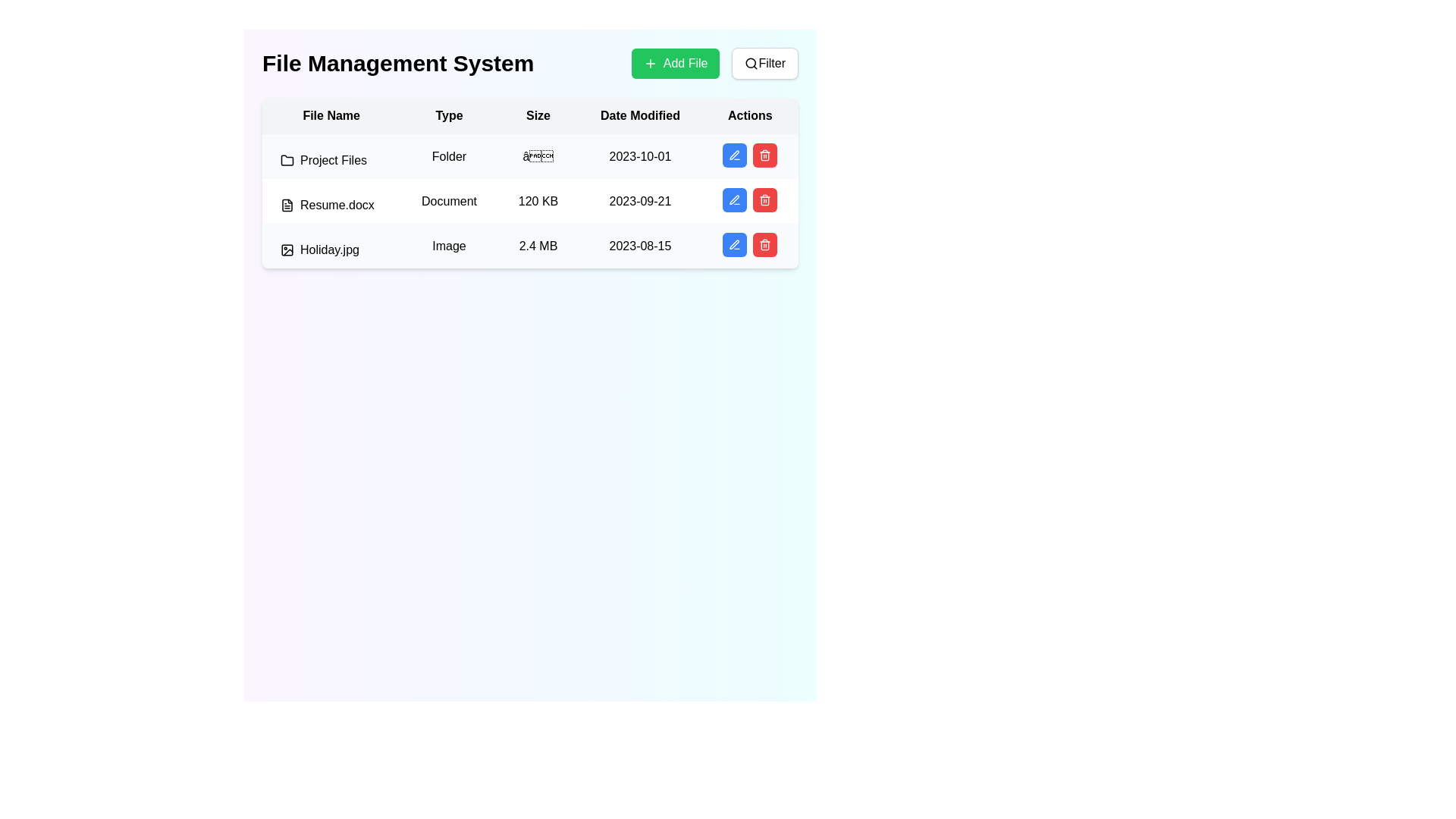  Describe the element at coordinates (287, 205) in the screenshot. I see `the document icon representing 'Resume.docx' in the 'File Name' column of the table` at that location.